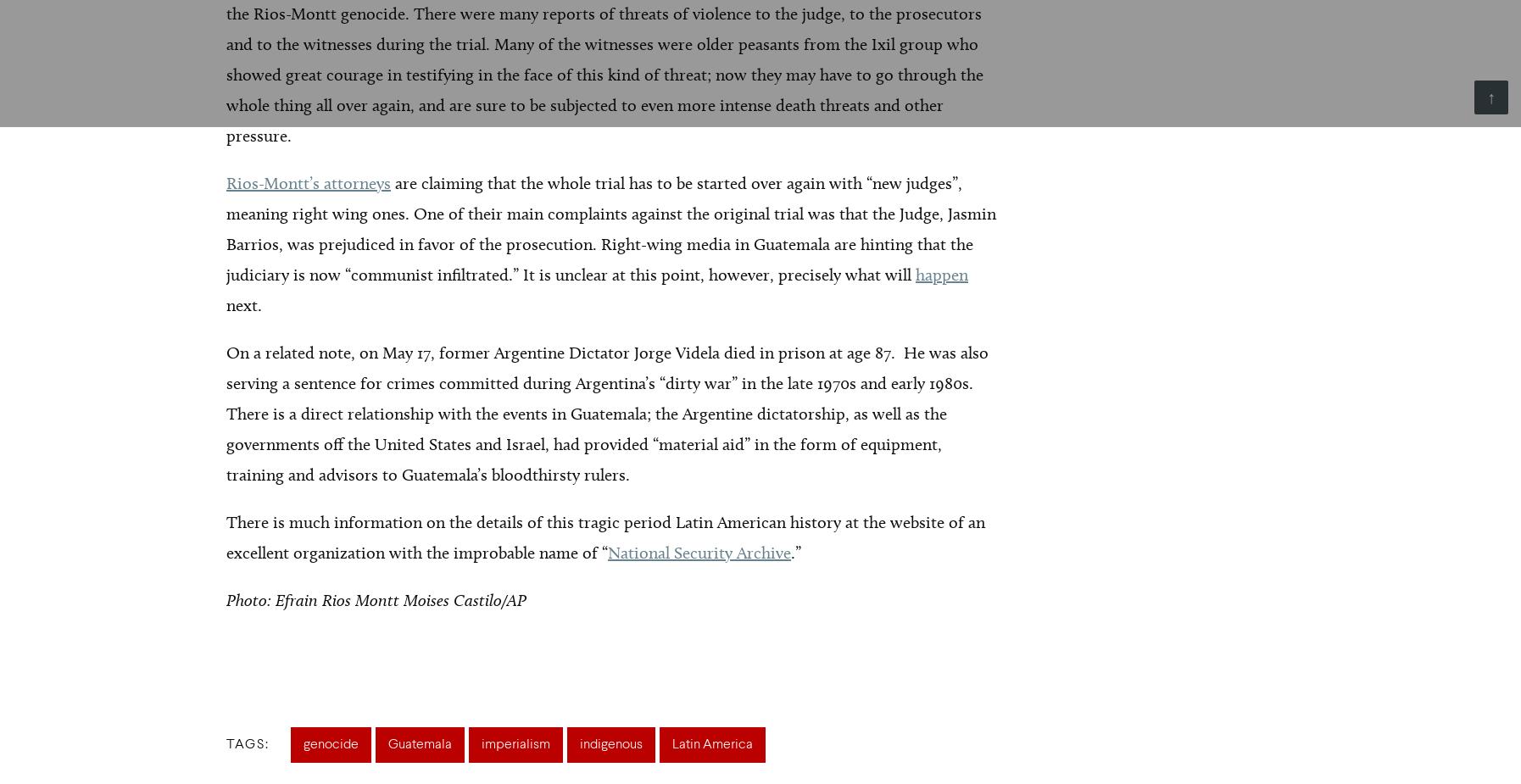 Image resolution: width=1521 pixels, height=784 pixels. I want to click on 'Guatemala', so click(420, 745).